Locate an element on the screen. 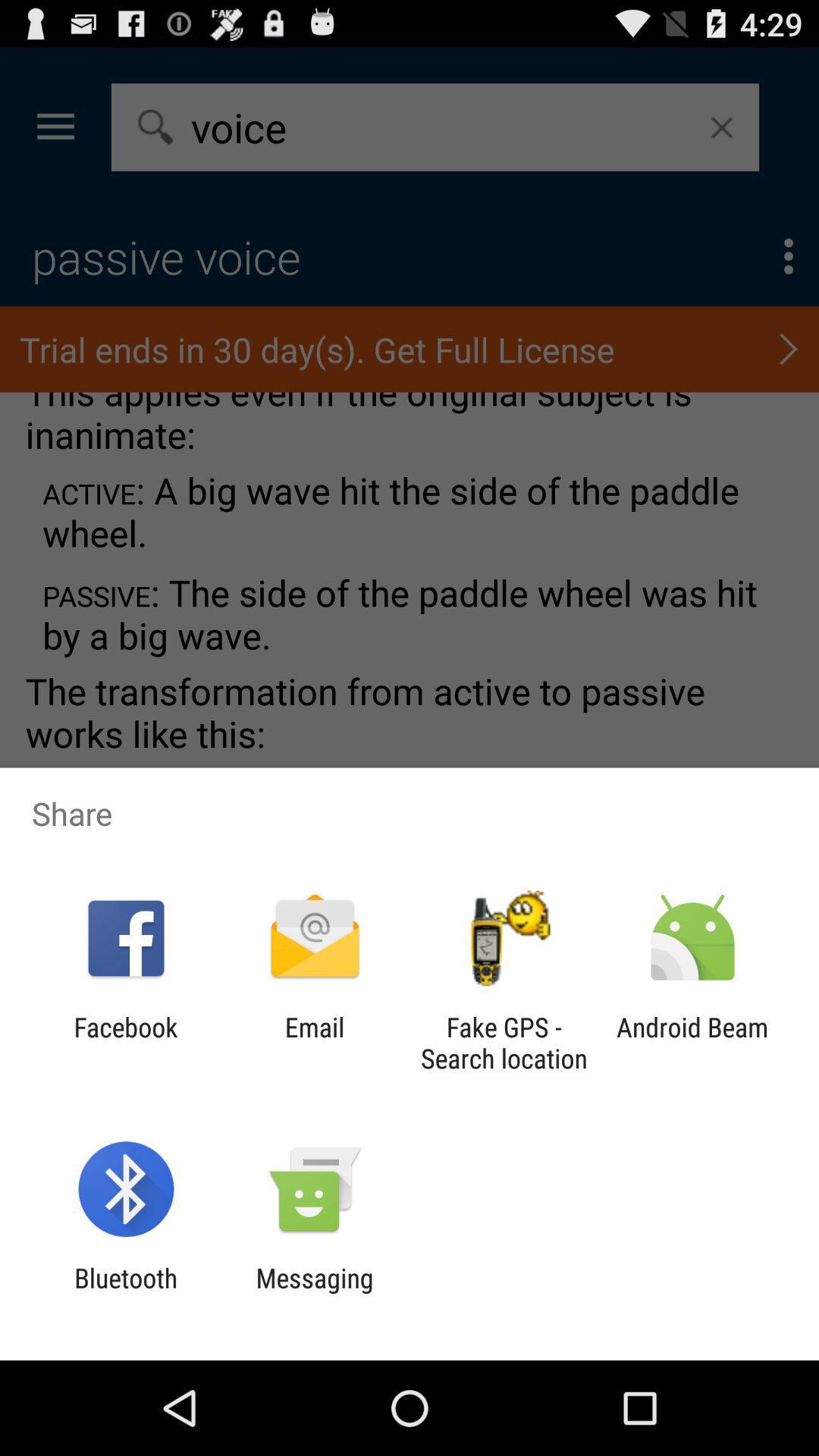 This screenshot has width=819, height=1456. the email item is located at coordinates (314, 1042).